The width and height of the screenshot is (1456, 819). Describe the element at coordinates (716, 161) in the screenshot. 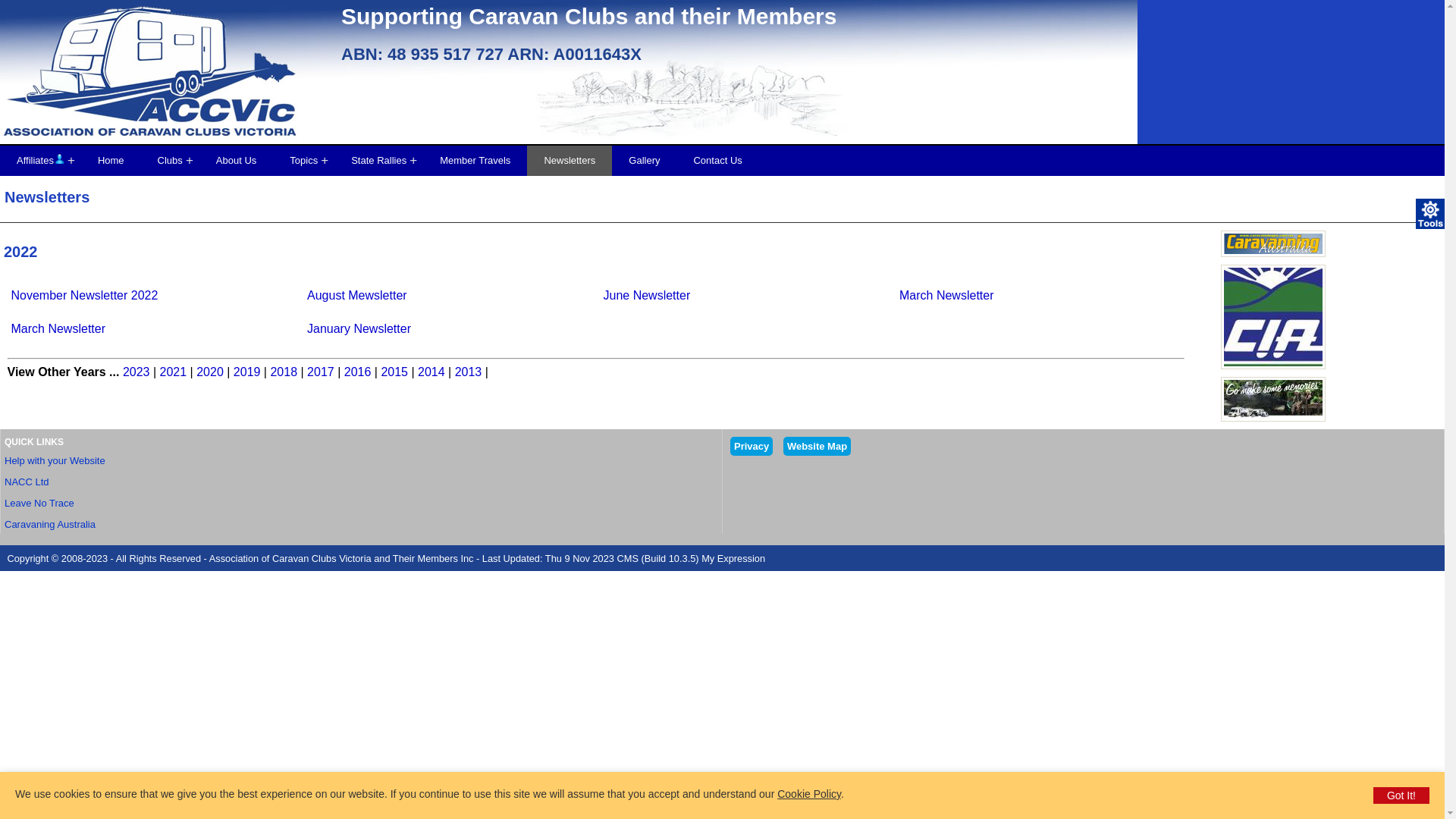

I see `'Contact Us'` at that location.